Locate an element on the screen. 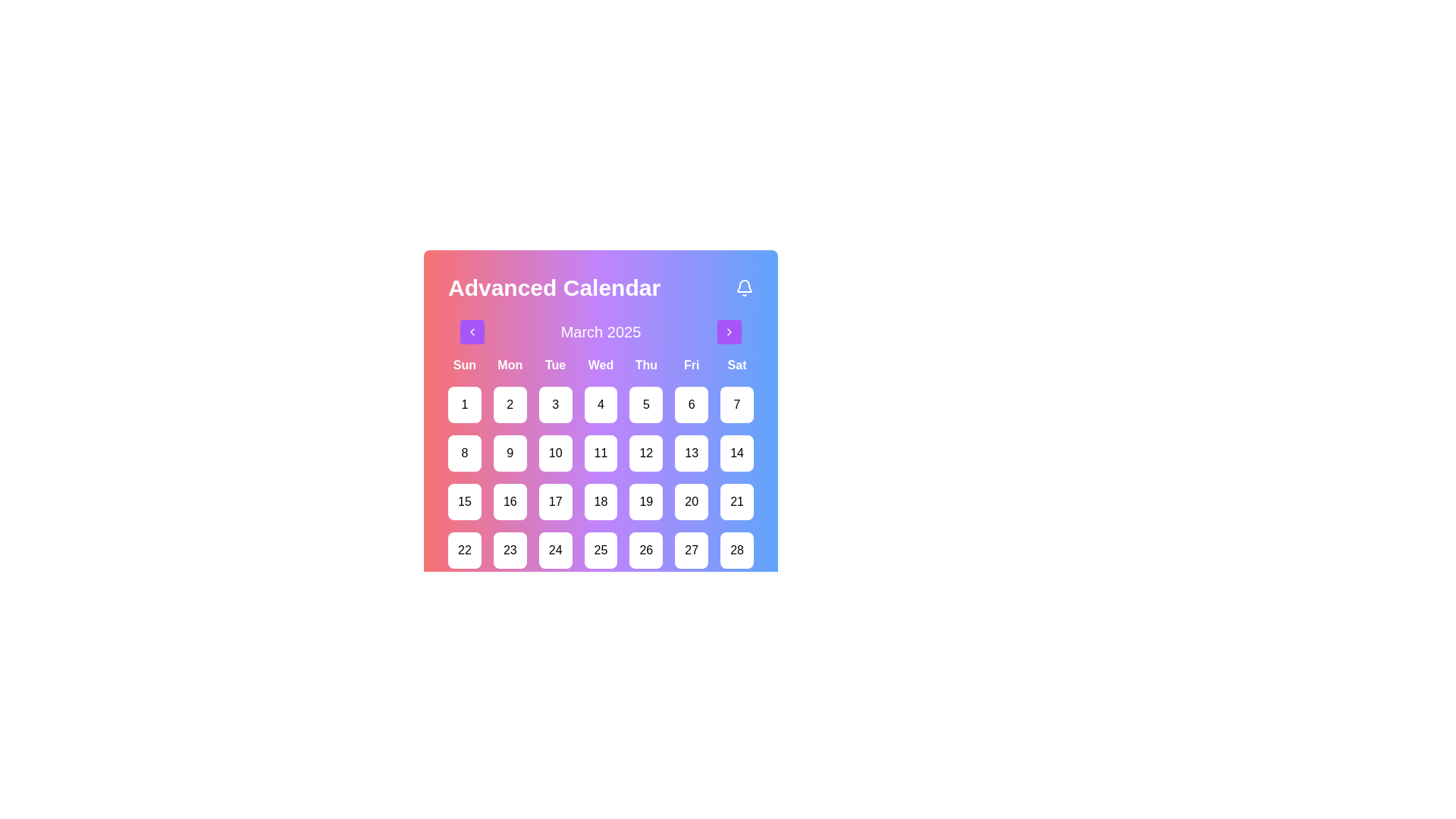  the bell icon located in the header section of the 'Advanced Calendar' interface is located at coordinates (745, 288).